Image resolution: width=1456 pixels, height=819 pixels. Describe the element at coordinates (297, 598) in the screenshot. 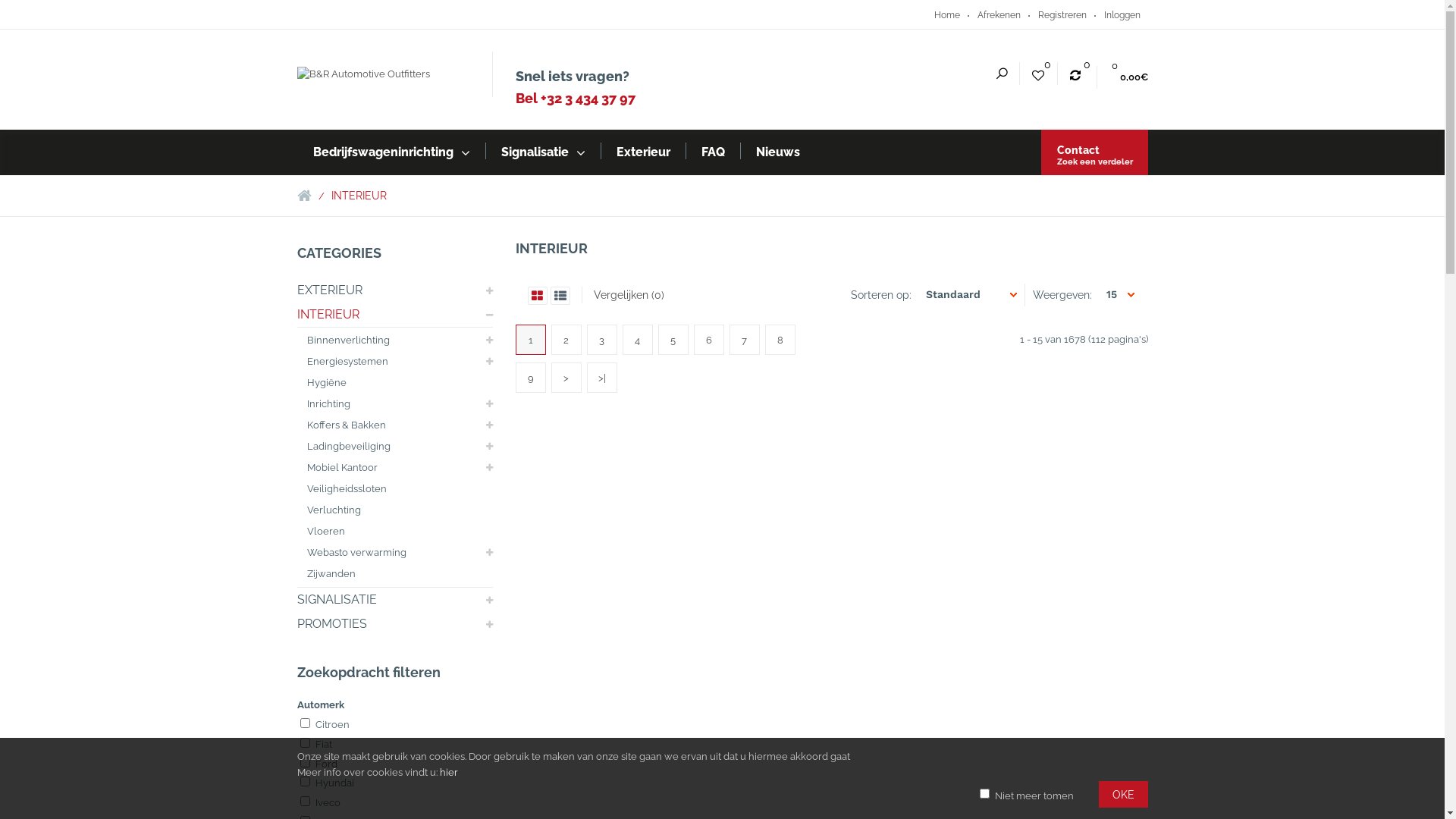

I see `'SIGNALISATIE'` at that location.